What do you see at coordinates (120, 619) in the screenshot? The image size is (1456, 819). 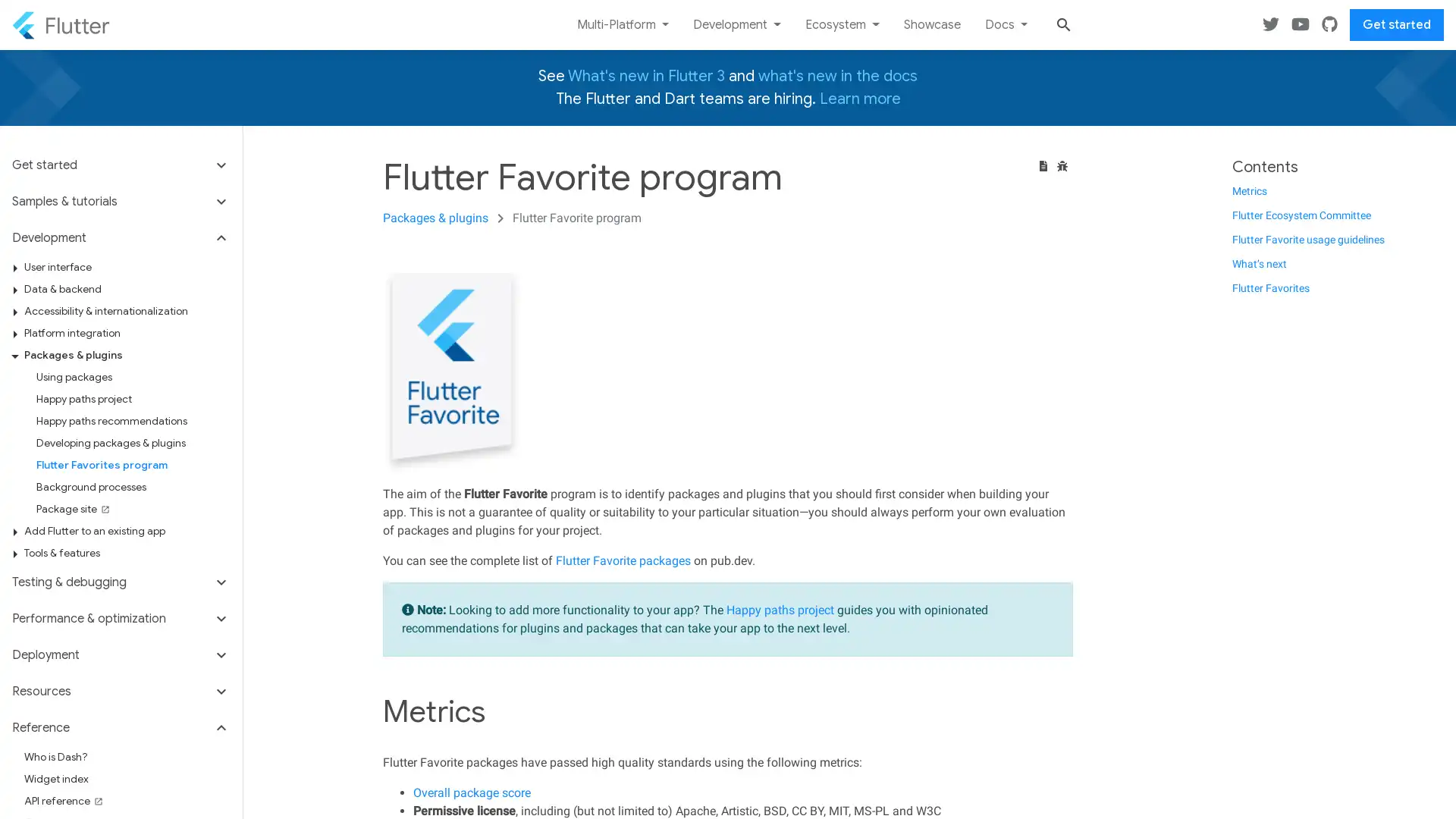 I see `Performance & optimization keyboard_arrow_down` at bounding box center [120, 619].